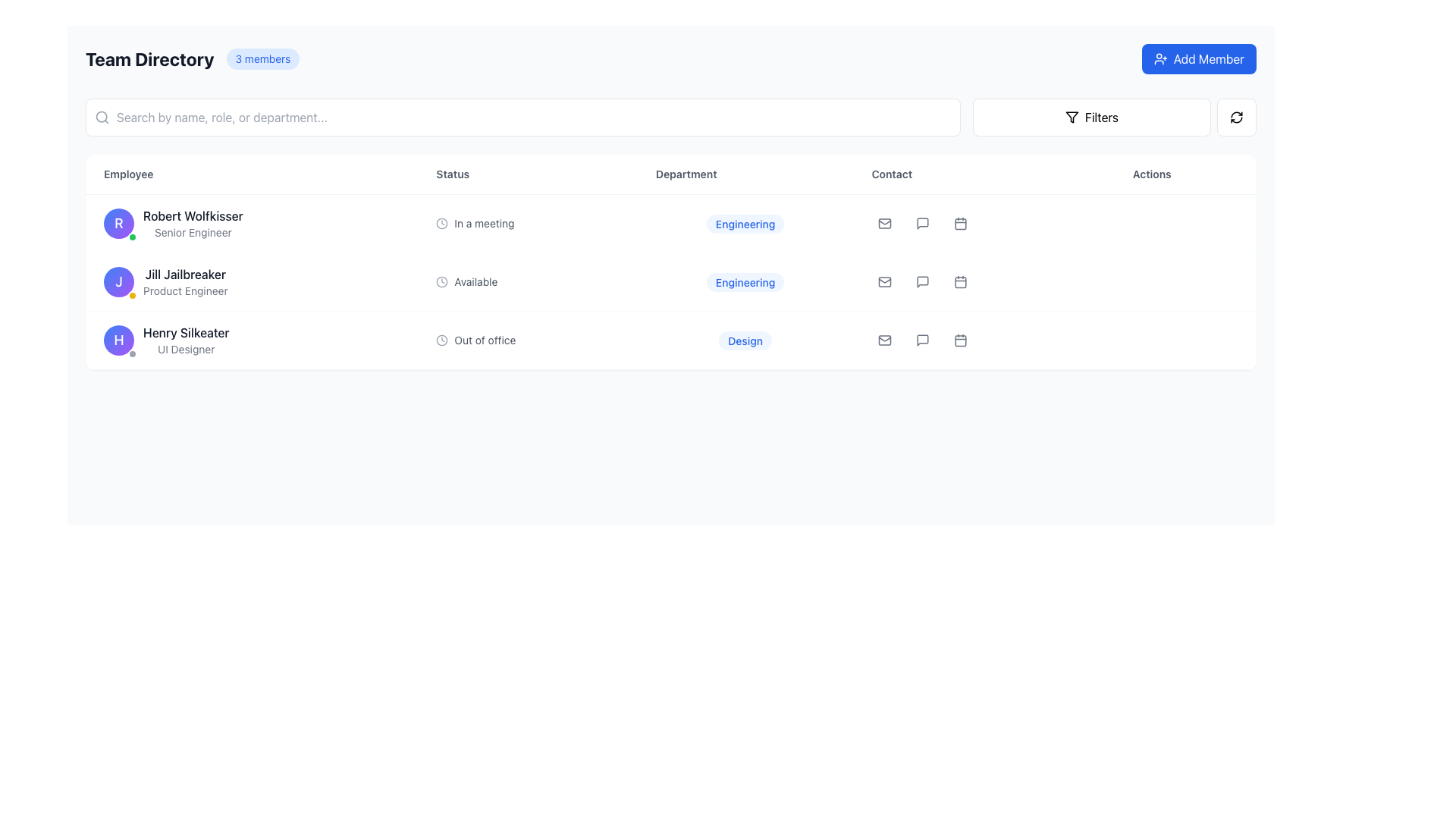  I want to click on the small circular clock icon with a hollow center located in the 'Status' column of the first row of the 'Team Directory' table, adjacent to the text 'In a meeting' for 'Robert Wolfkisser', so click(441, 223).